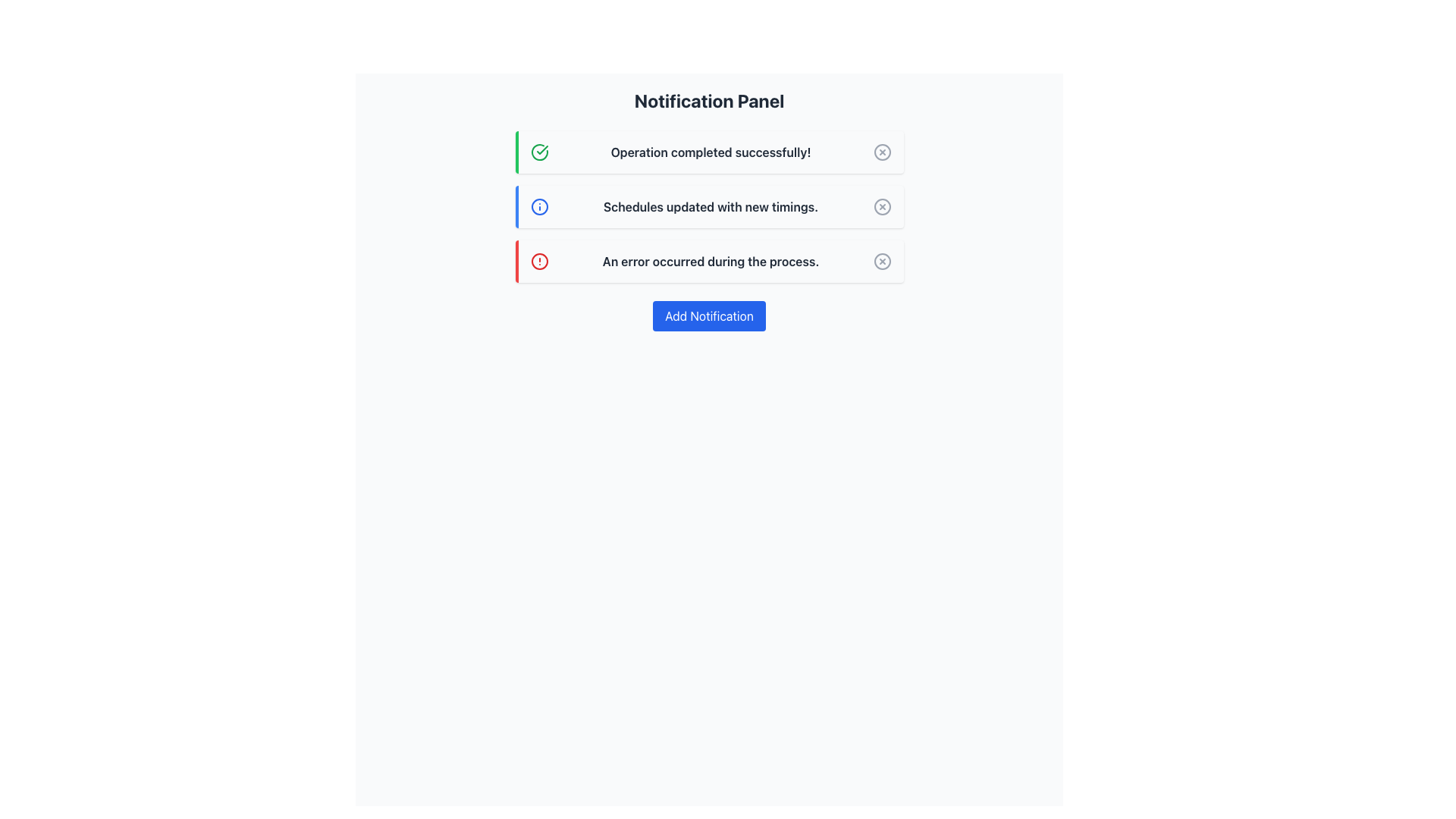  Describe the element at coordinates (710, 152) in the screenshot. I see `the static text display that provides feedback about a successful operation, positioned at the center of the notification card, between the green checkmark icon and the dismiss button` at that location.